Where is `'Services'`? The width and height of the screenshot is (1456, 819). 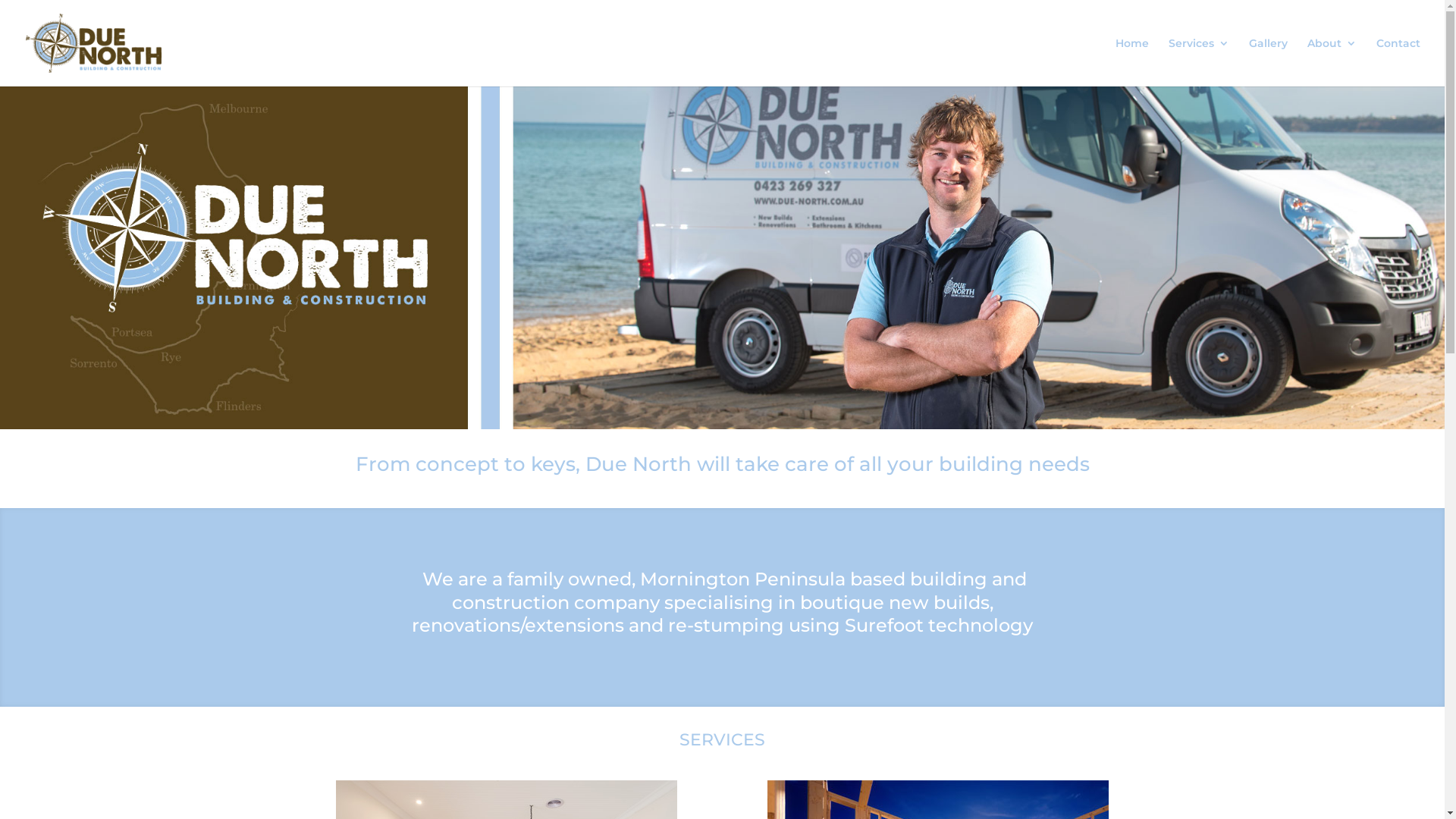
'Services' is located at coordinates (1197, 61).